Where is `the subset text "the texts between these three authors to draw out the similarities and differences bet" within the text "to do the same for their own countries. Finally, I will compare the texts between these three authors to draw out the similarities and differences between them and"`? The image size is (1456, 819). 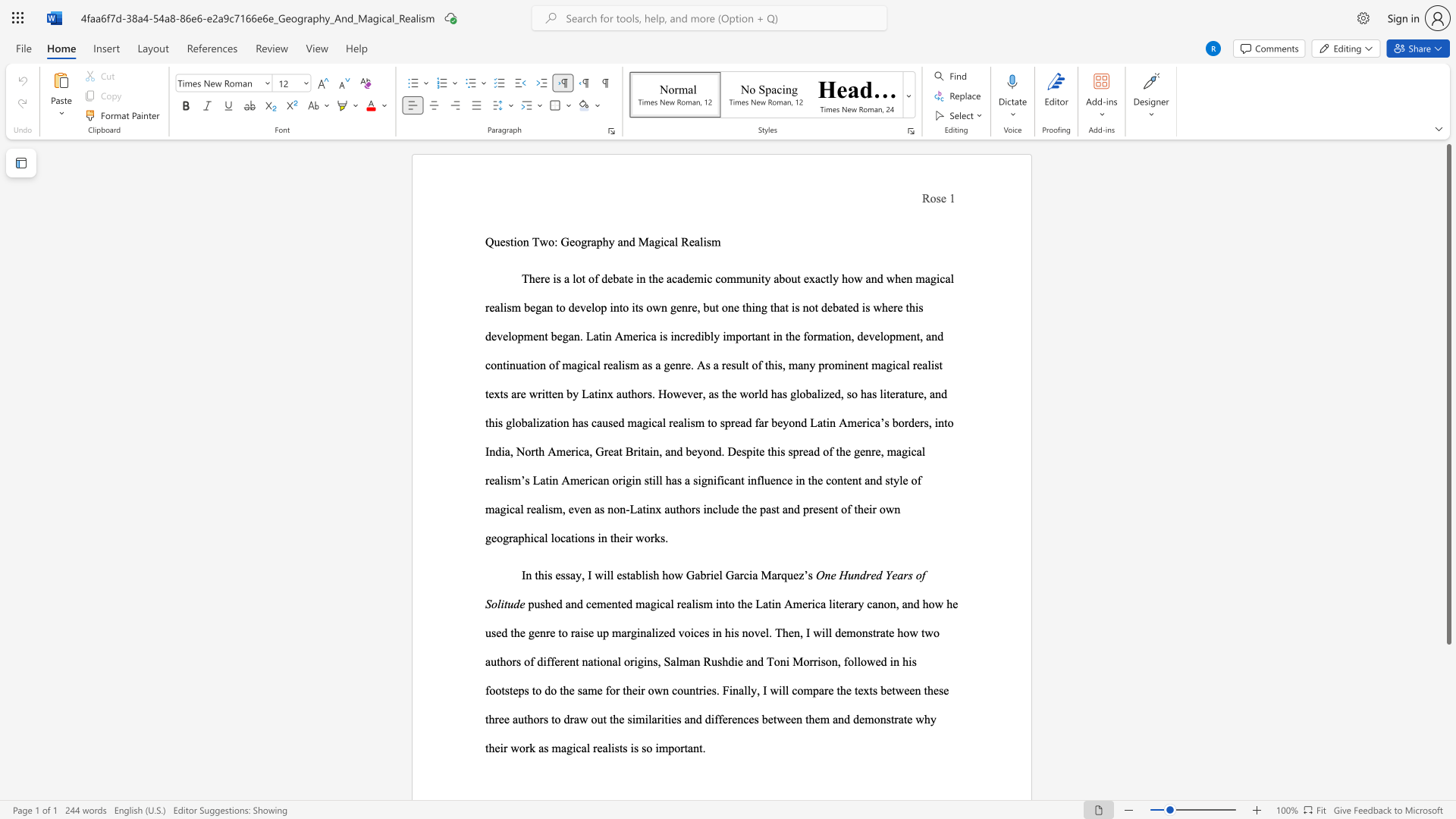
the subset text "the texts between these three authors to draw out the similarities and differences bet" within the text "to do the same for their own countries. Finally, I will compare the texts between these three authors to draw out the similarities and differences between them and" is located at coordinates (836, 690).